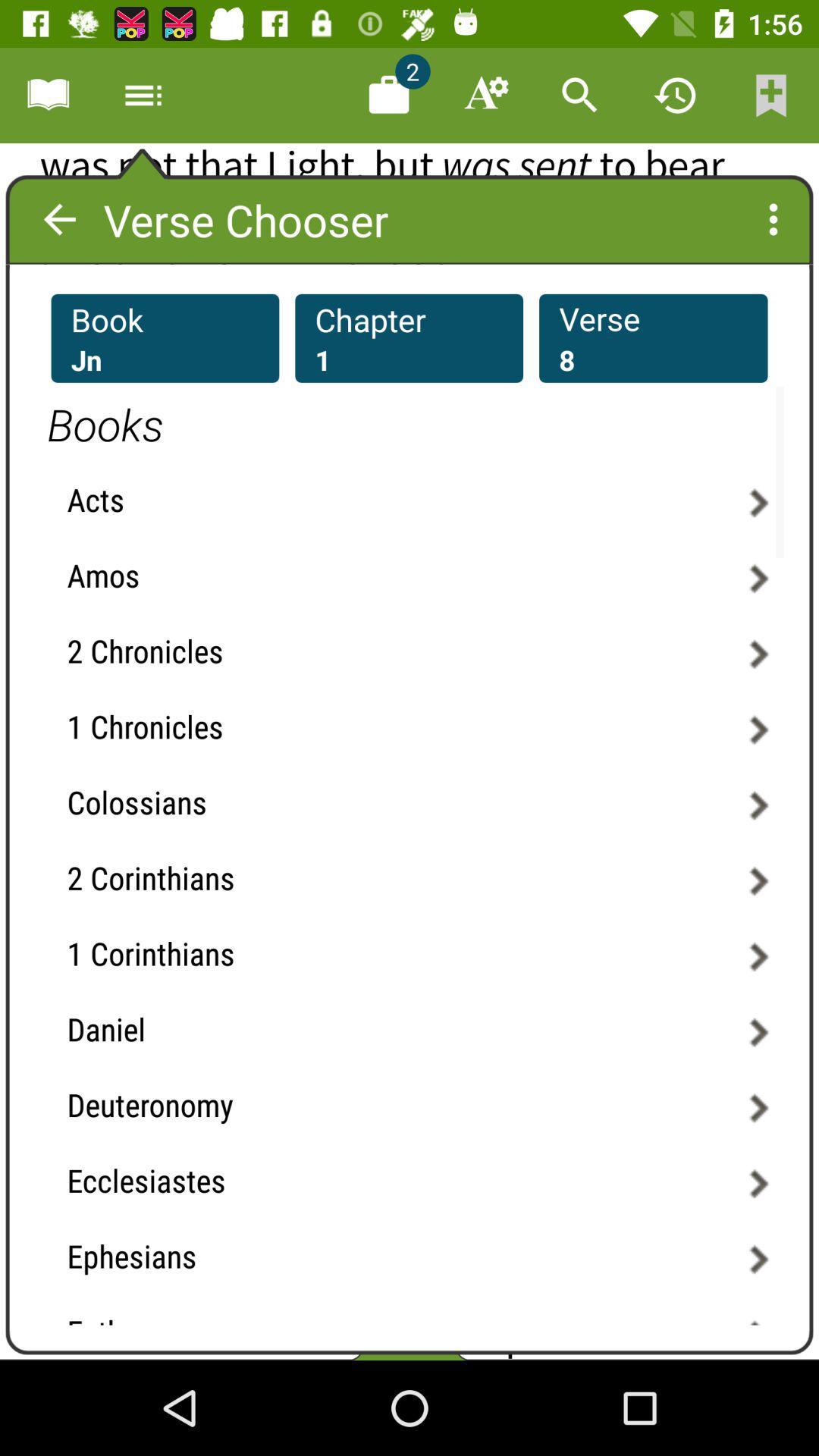  Describe the element at coordinates (773, 218) in the screenshot. I see `the more icon` at that location.